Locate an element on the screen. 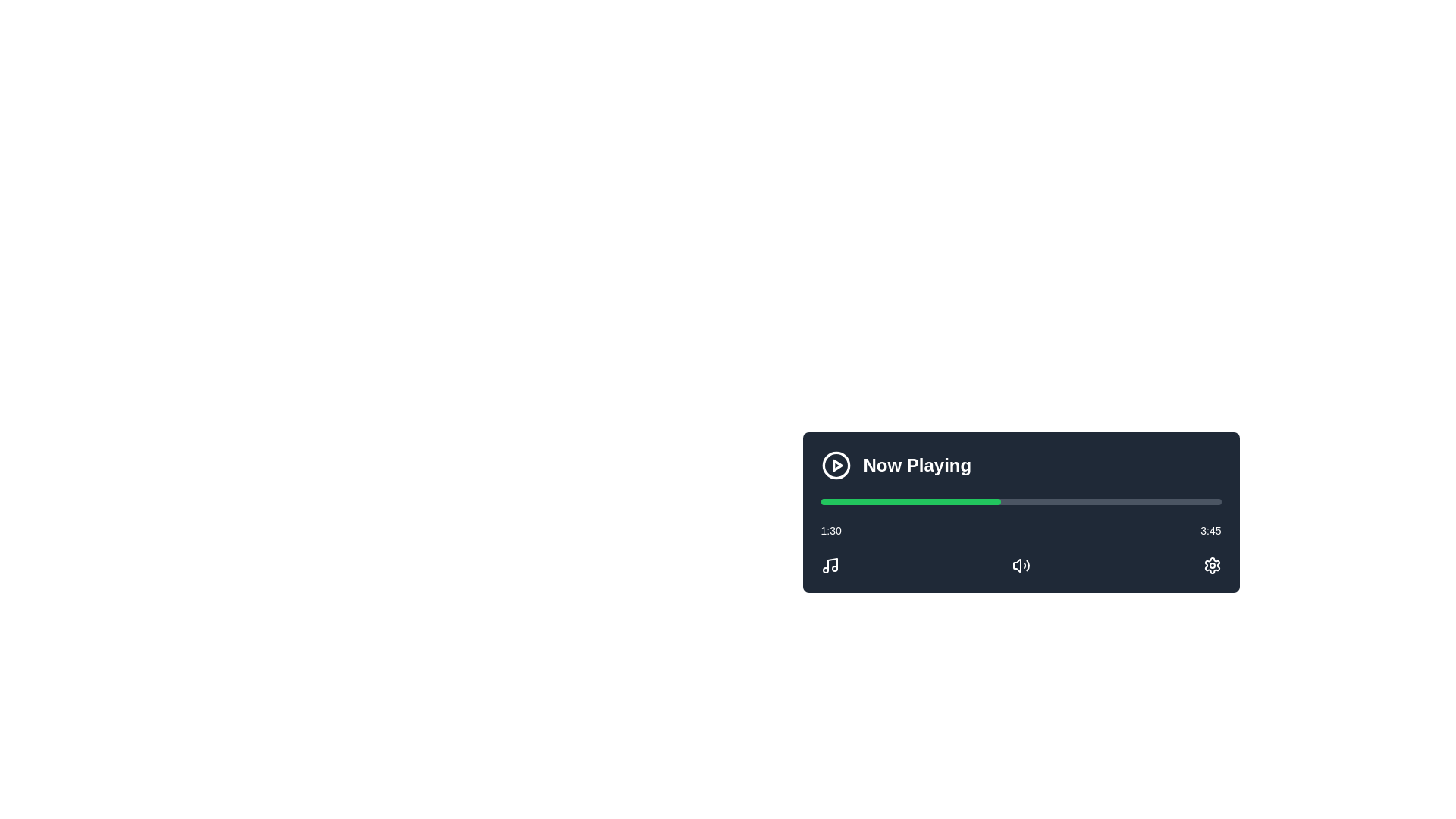 The image size is (1456, 819). the circular boundary of the play icon located at the top-left corner of the 'Now Playing' card is located at coordinates (835, 464).